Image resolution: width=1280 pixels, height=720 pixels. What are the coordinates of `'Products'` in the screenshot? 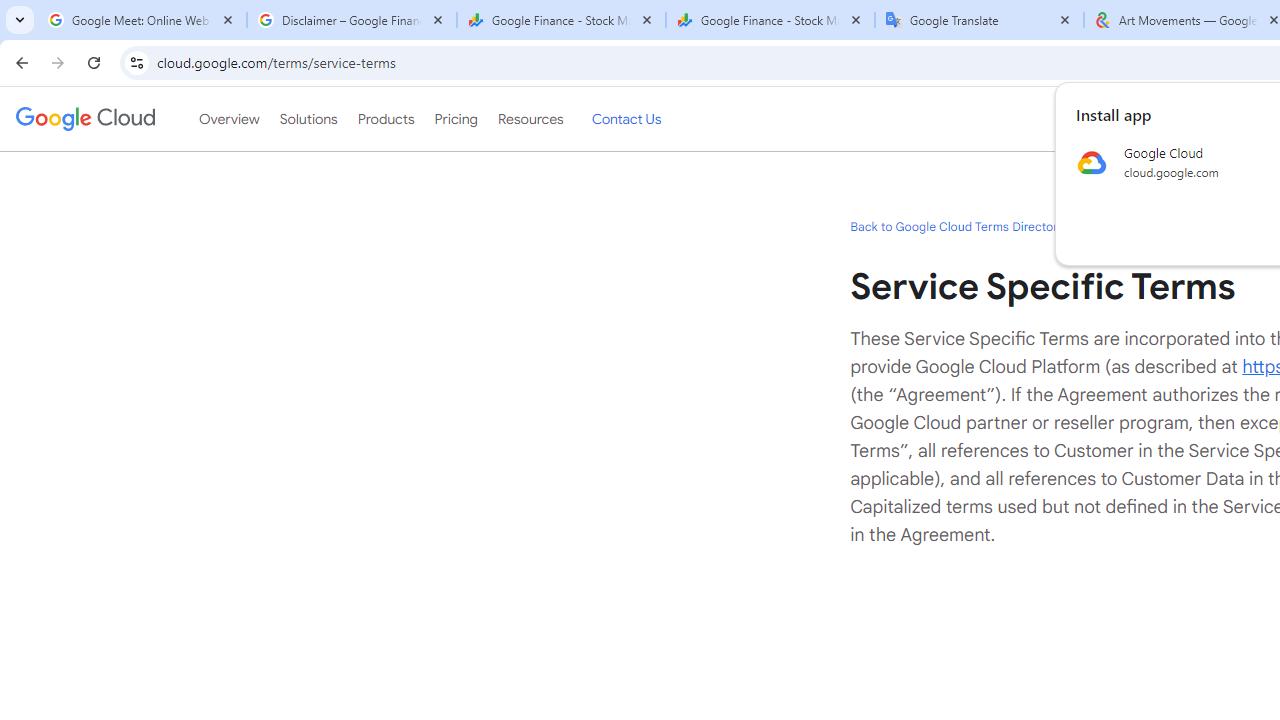 It's located at (385, 119).